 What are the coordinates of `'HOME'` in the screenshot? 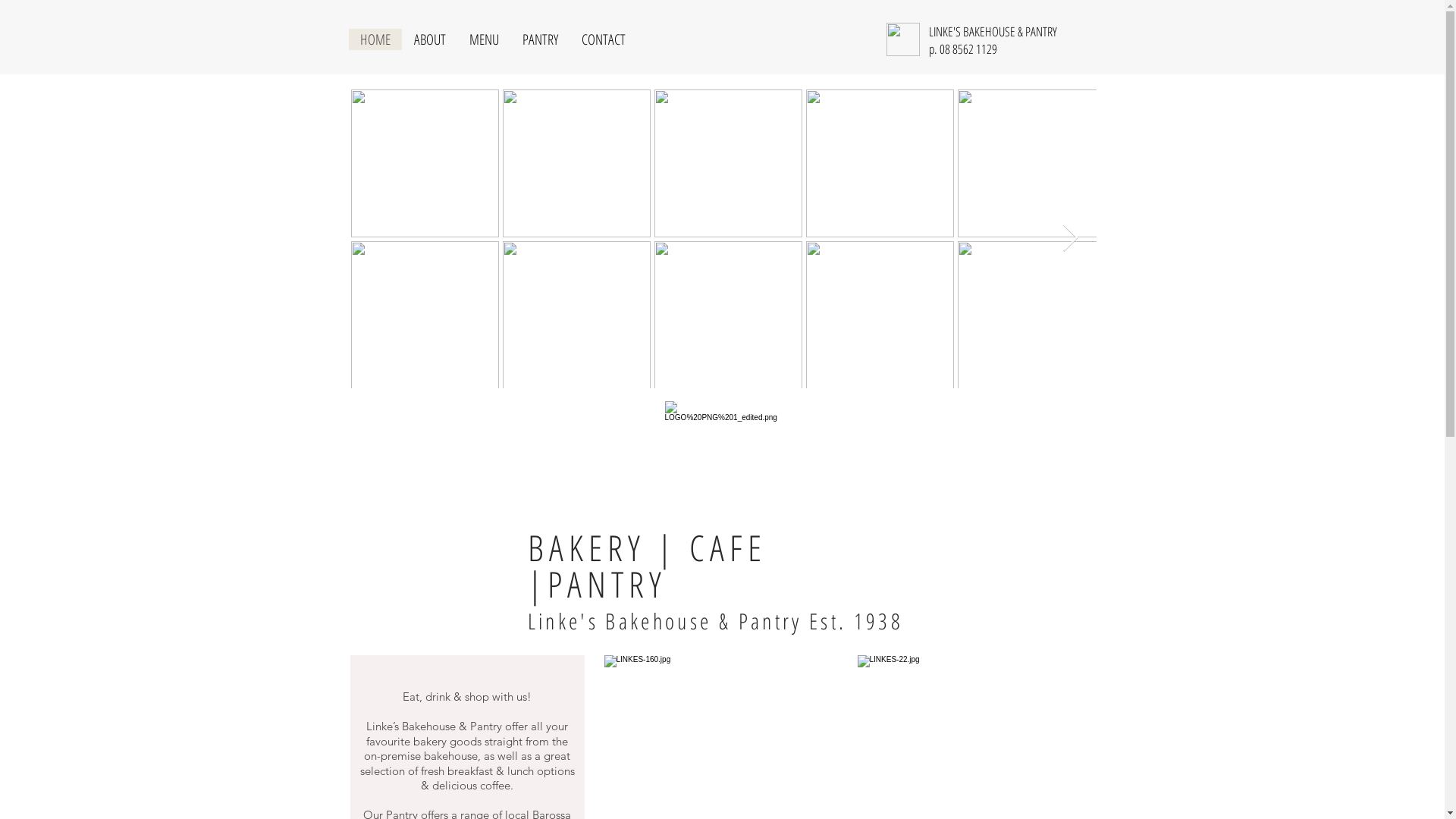 It's located at (375, 38).